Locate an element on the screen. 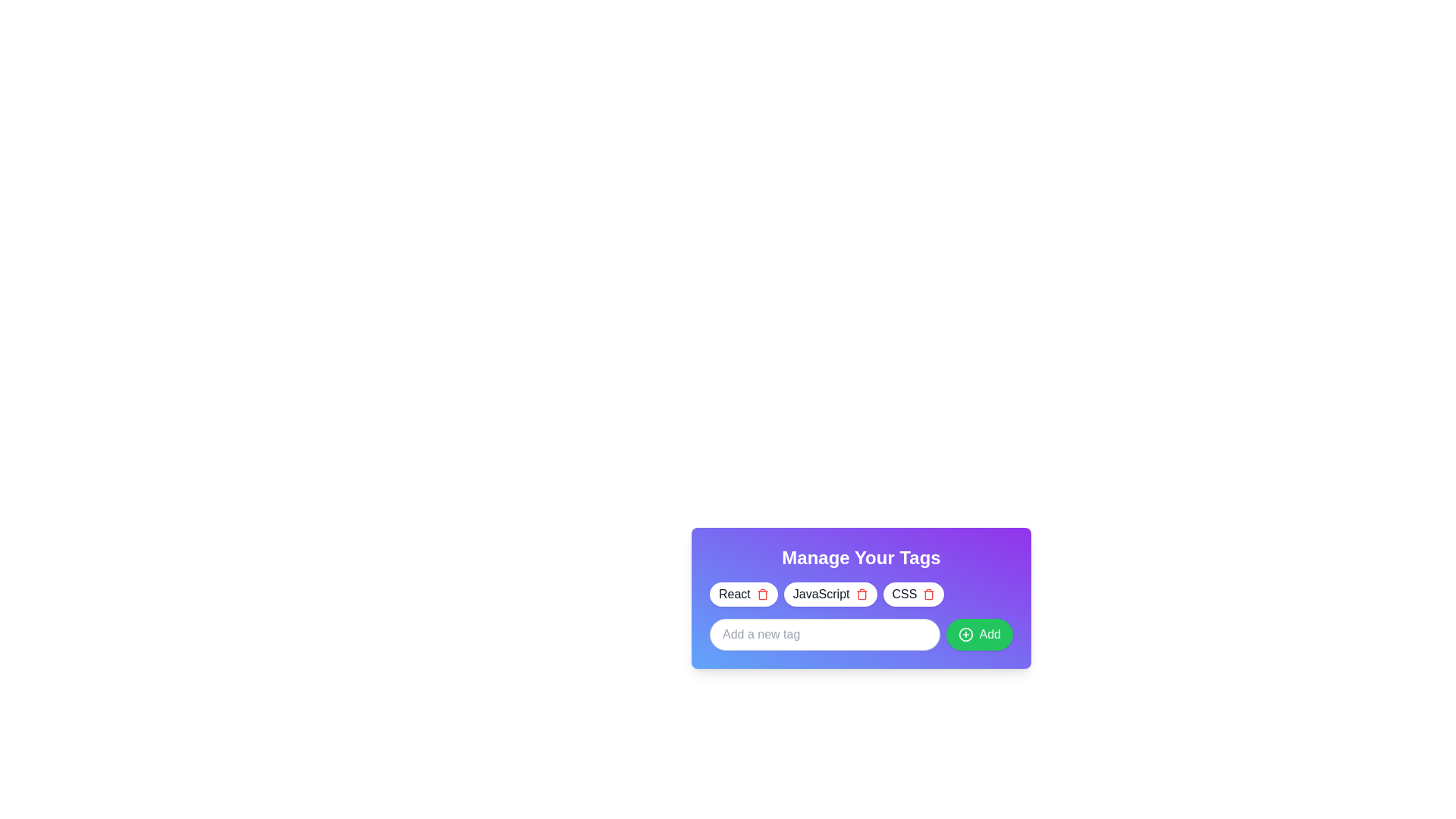  the trash can icon element, which represents a delete action in the interface is located at coordinates (861, 595).